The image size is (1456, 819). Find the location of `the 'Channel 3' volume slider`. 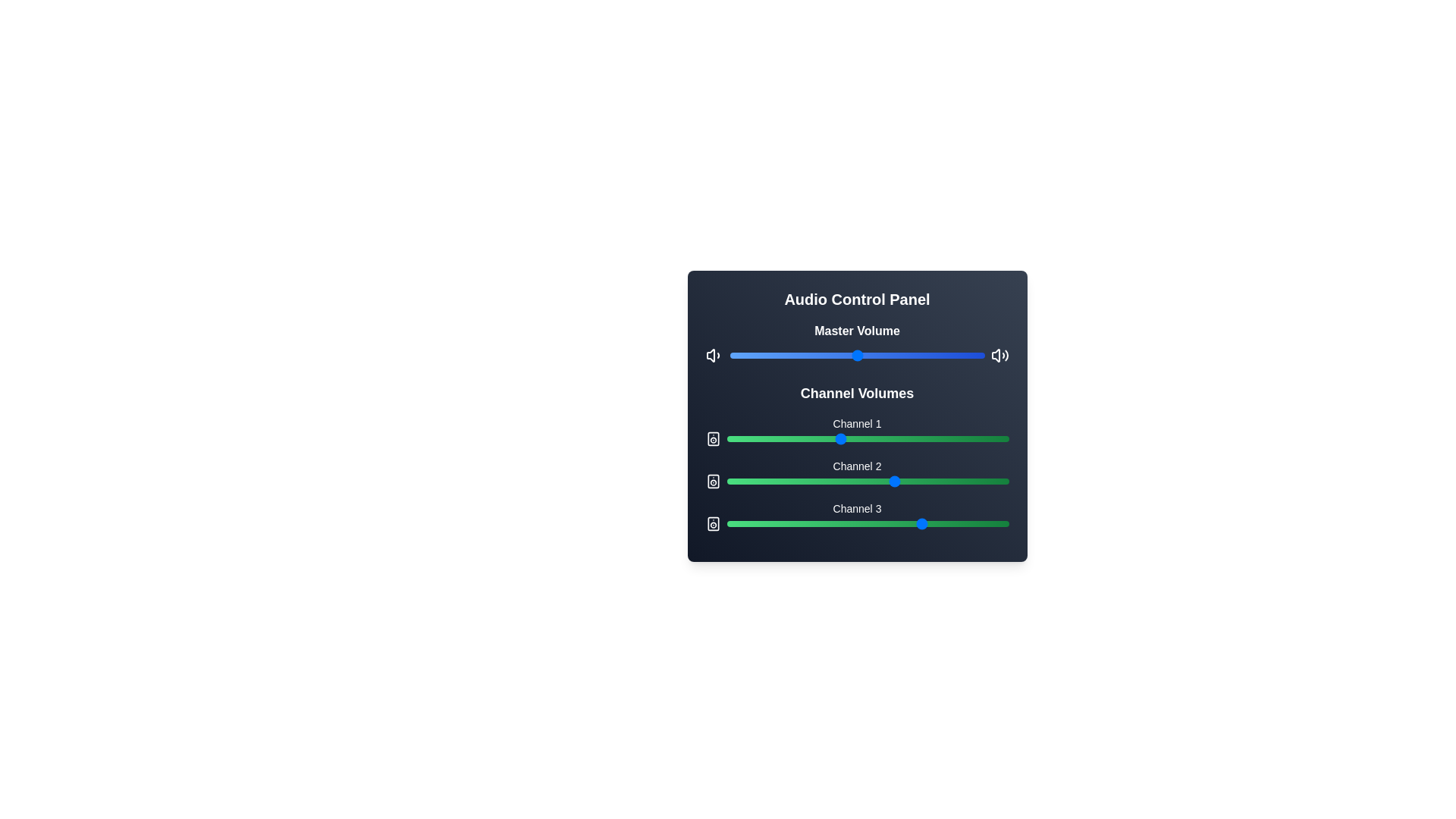

the 'Channel 3' volume slider is located at coordinates (868, 519).